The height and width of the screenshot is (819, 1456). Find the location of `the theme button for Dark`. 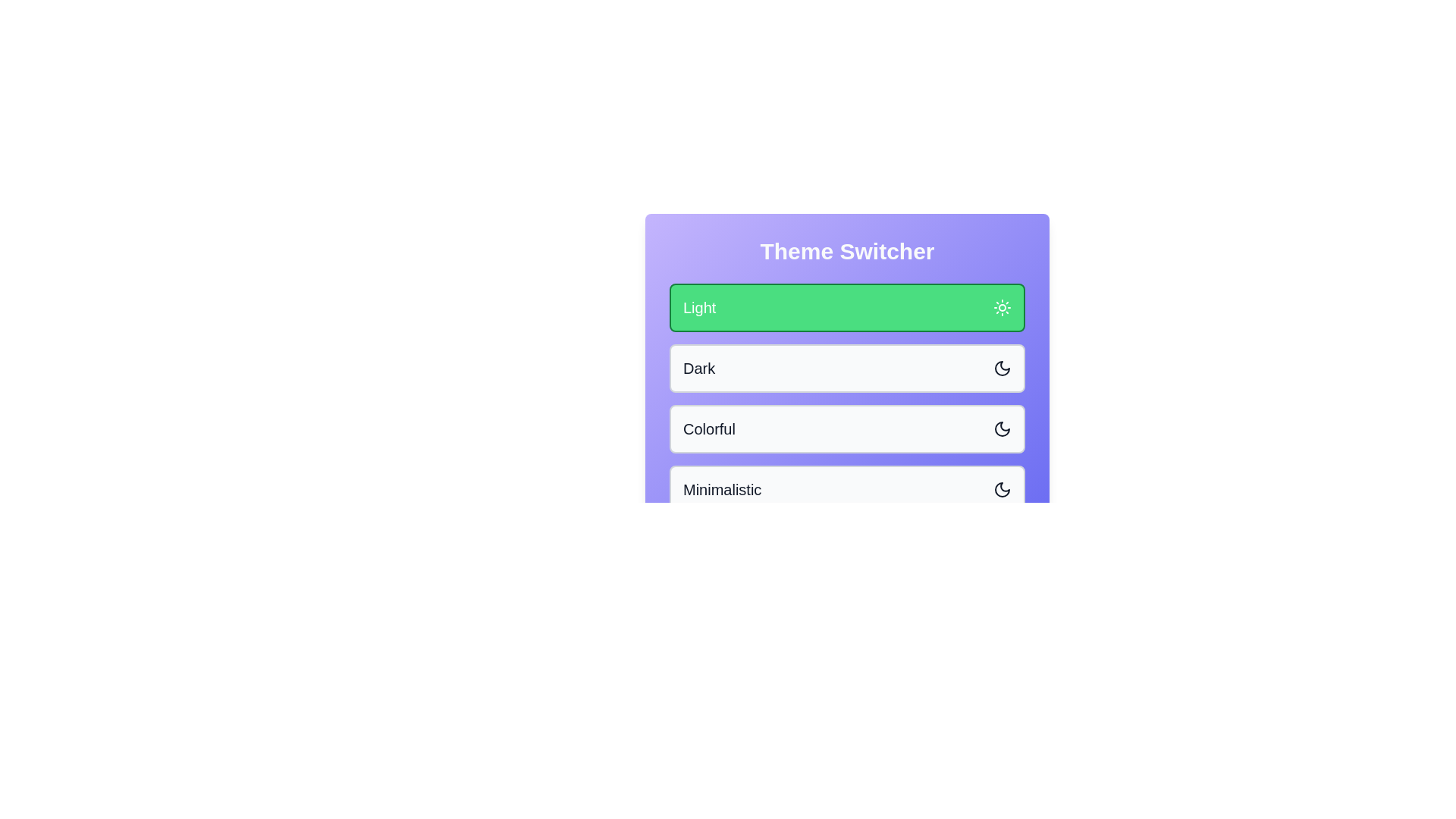

the theme button for Dark is located at coordinates (846, 369).